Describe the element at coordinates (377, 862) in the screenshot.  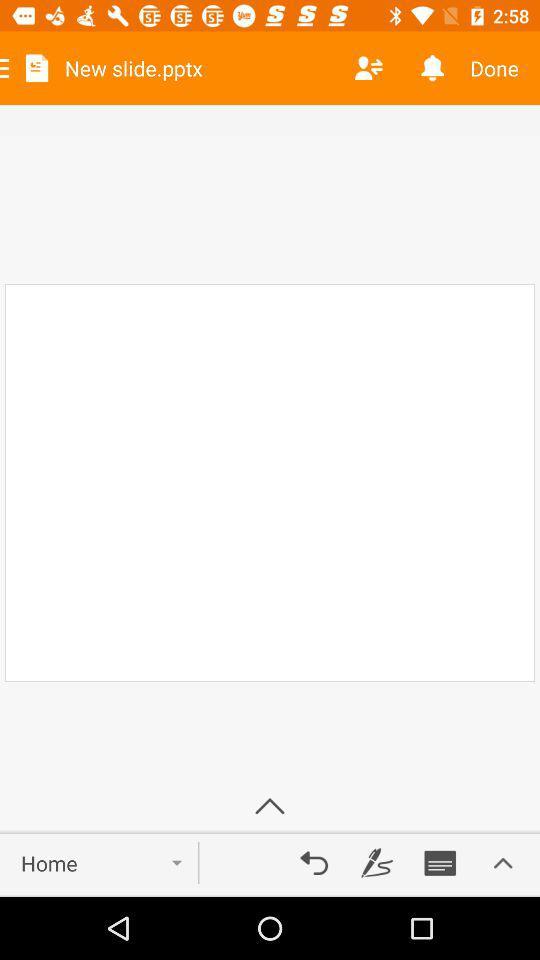
I see `the edit icon` at that location.